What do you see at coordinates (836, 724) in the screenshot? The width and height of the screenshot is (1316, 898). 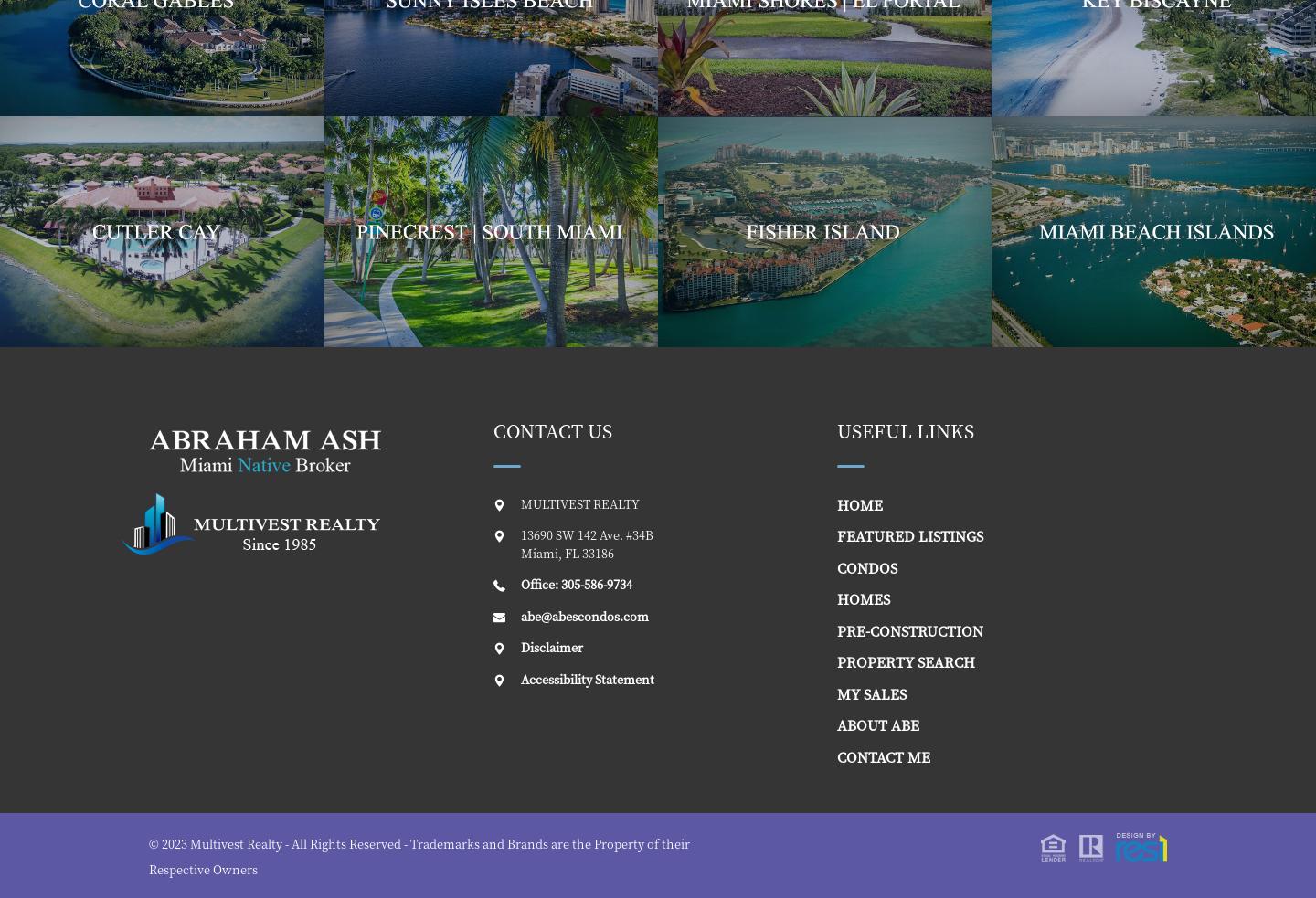 I see `'About Abe'` at bounding box center [836, 724].